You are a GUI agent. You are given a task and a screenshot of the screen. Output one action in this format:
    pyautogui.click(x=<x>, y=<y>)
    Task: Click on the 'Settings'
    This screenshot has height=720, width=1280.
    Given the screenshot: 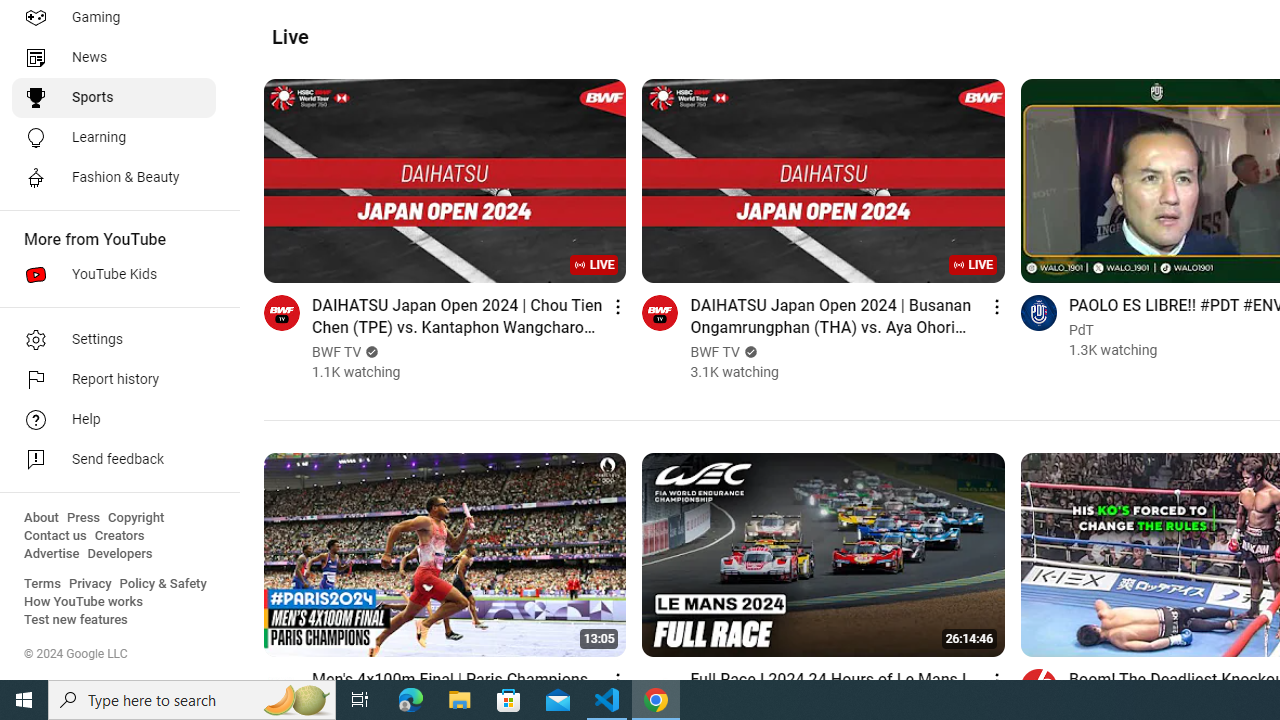 What is the action you would take?
    pyautogui.click(x=112, y=338)
    